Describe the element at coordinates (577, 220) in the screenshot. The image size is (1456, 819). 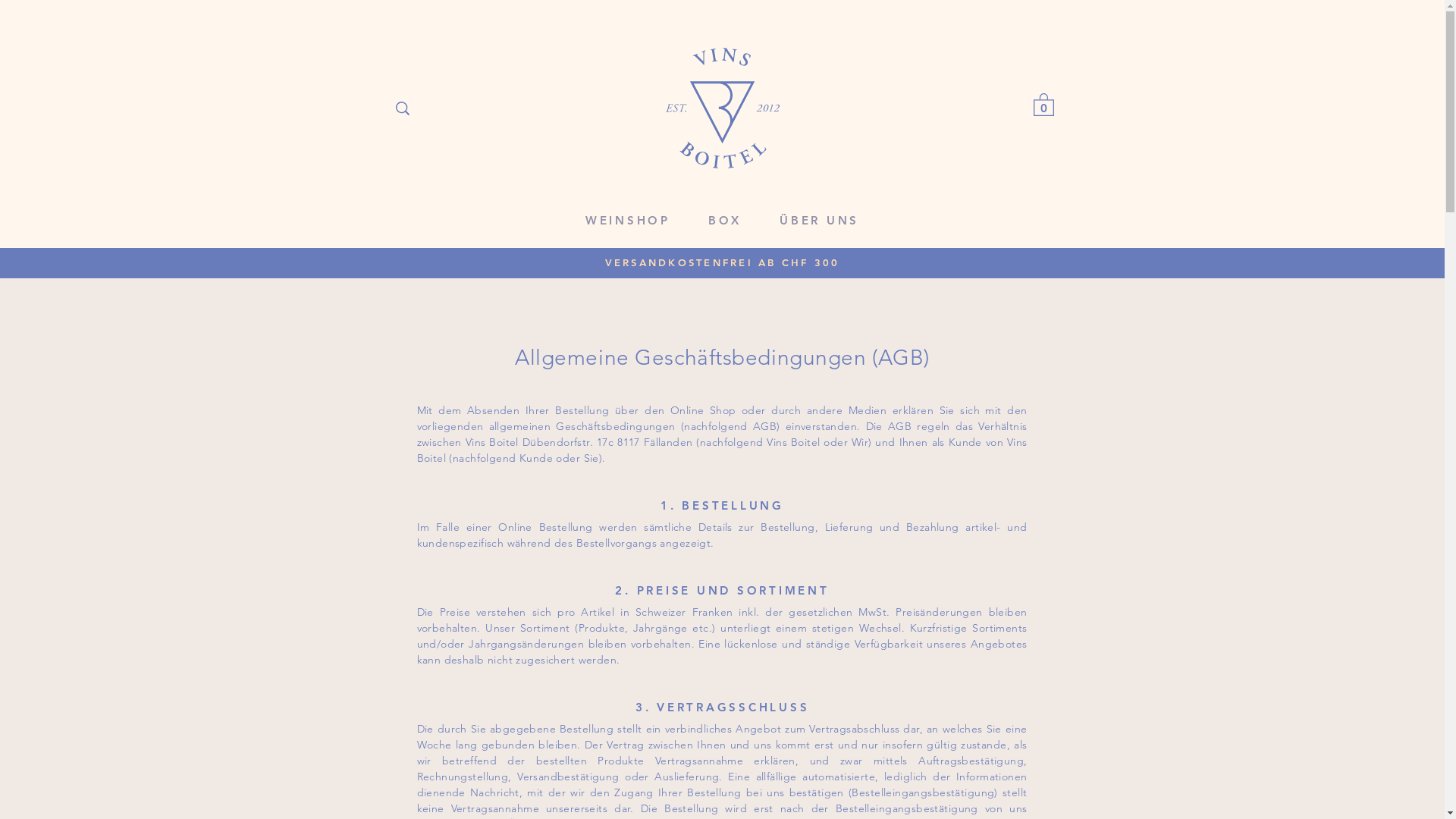
I see `'WEINSHOP'` at that location.